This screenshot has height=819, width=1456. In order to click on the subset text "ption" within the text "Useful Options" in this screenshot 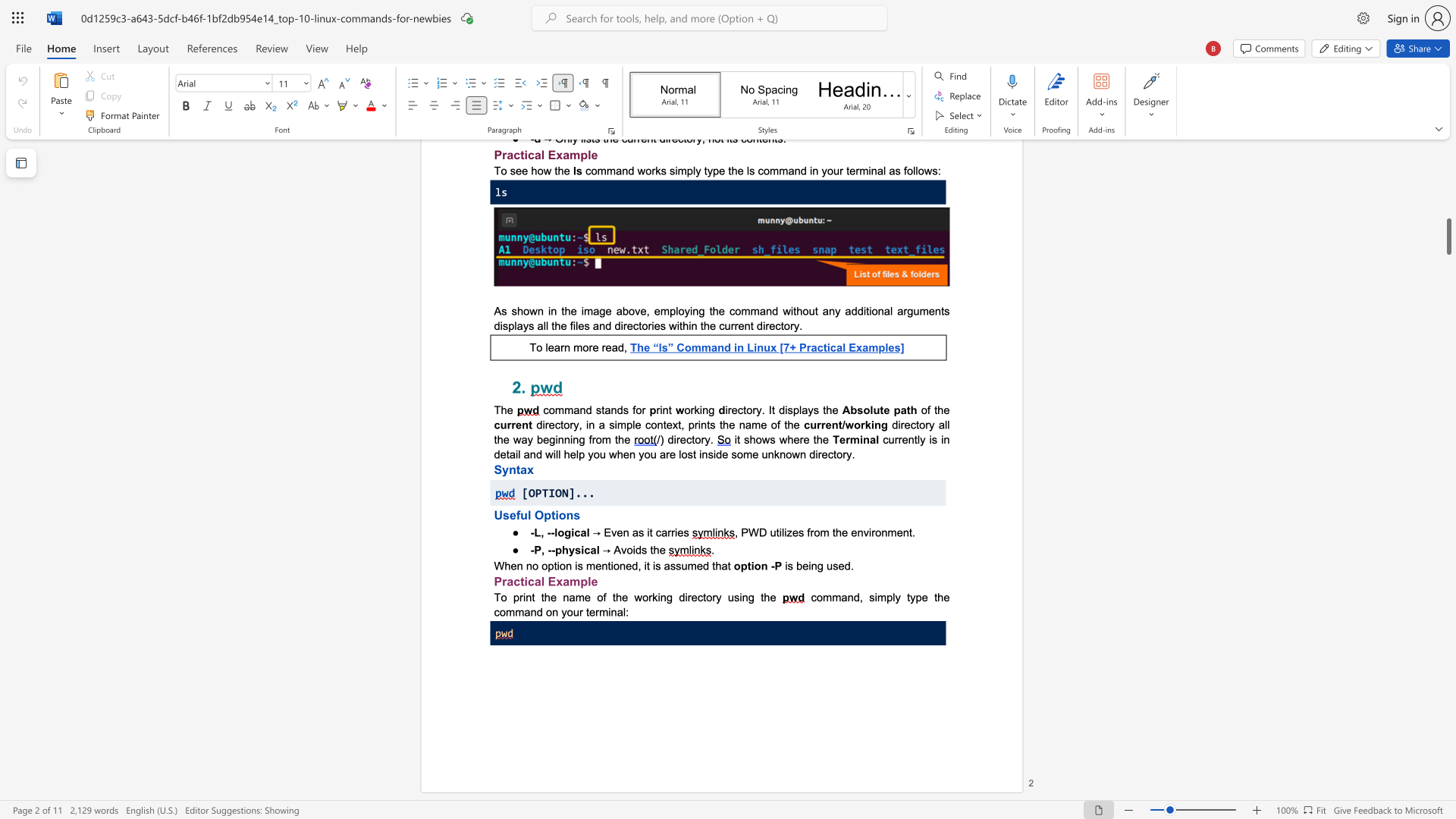, I will do `click(544, 514)`.